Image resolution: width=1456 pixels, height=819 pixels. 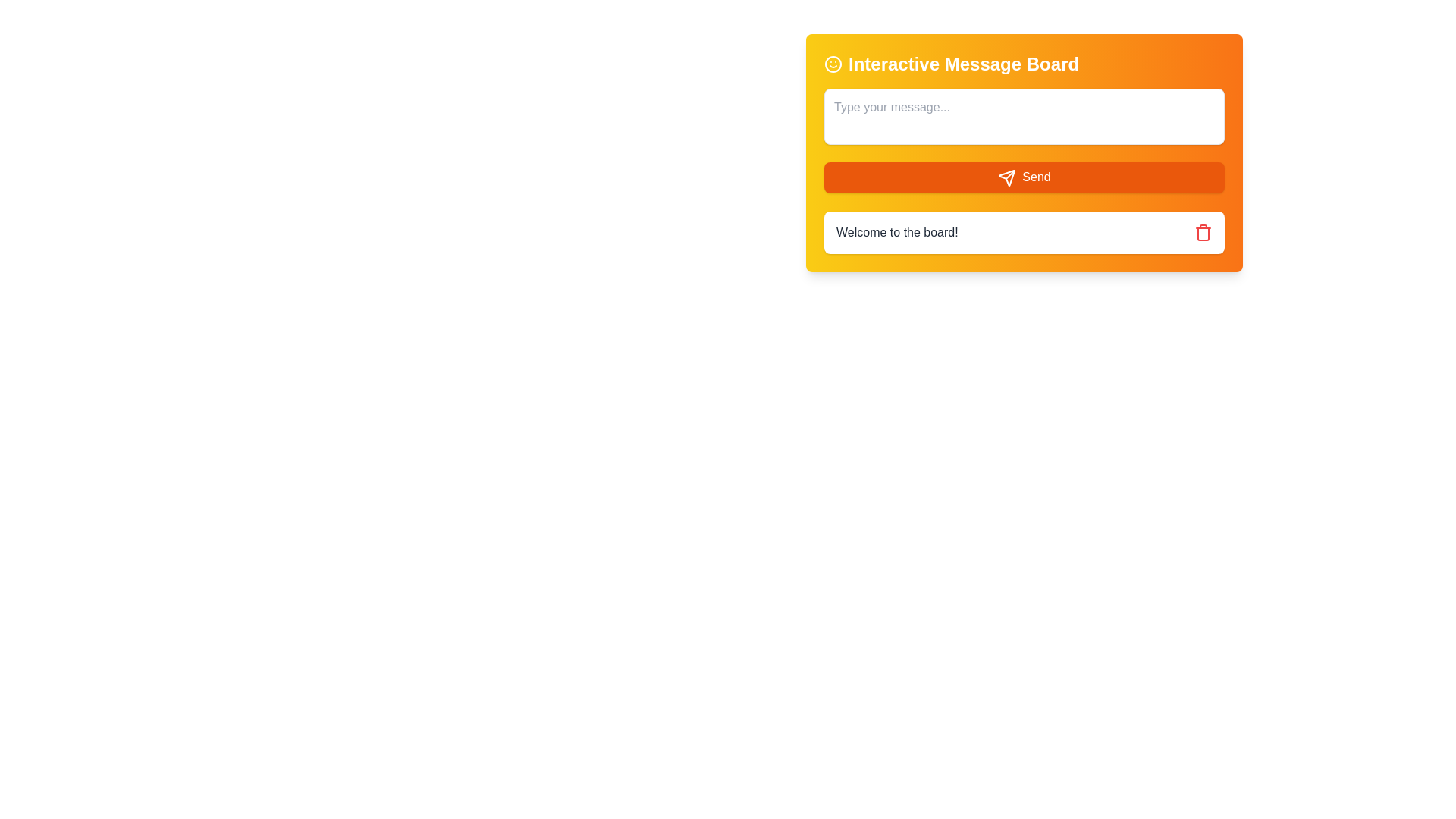 I want to click on the 'Send' button on the interactive message board, so click(x=1024, y=166).